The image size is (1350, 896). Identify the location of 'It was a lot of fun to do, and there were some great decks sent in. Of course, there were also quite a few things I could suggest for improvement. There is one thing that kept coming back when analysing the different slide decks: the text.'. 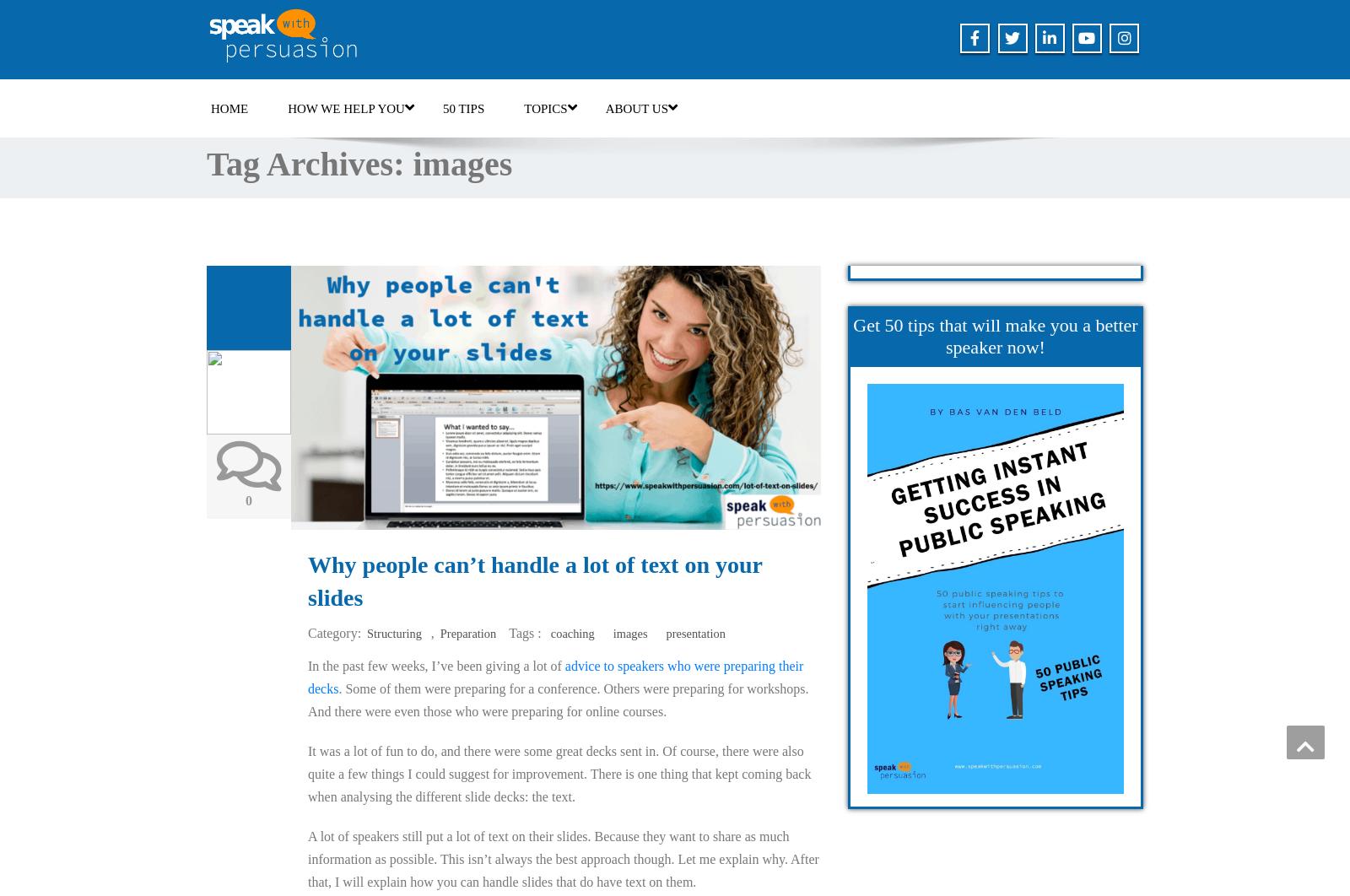
(559, 773).